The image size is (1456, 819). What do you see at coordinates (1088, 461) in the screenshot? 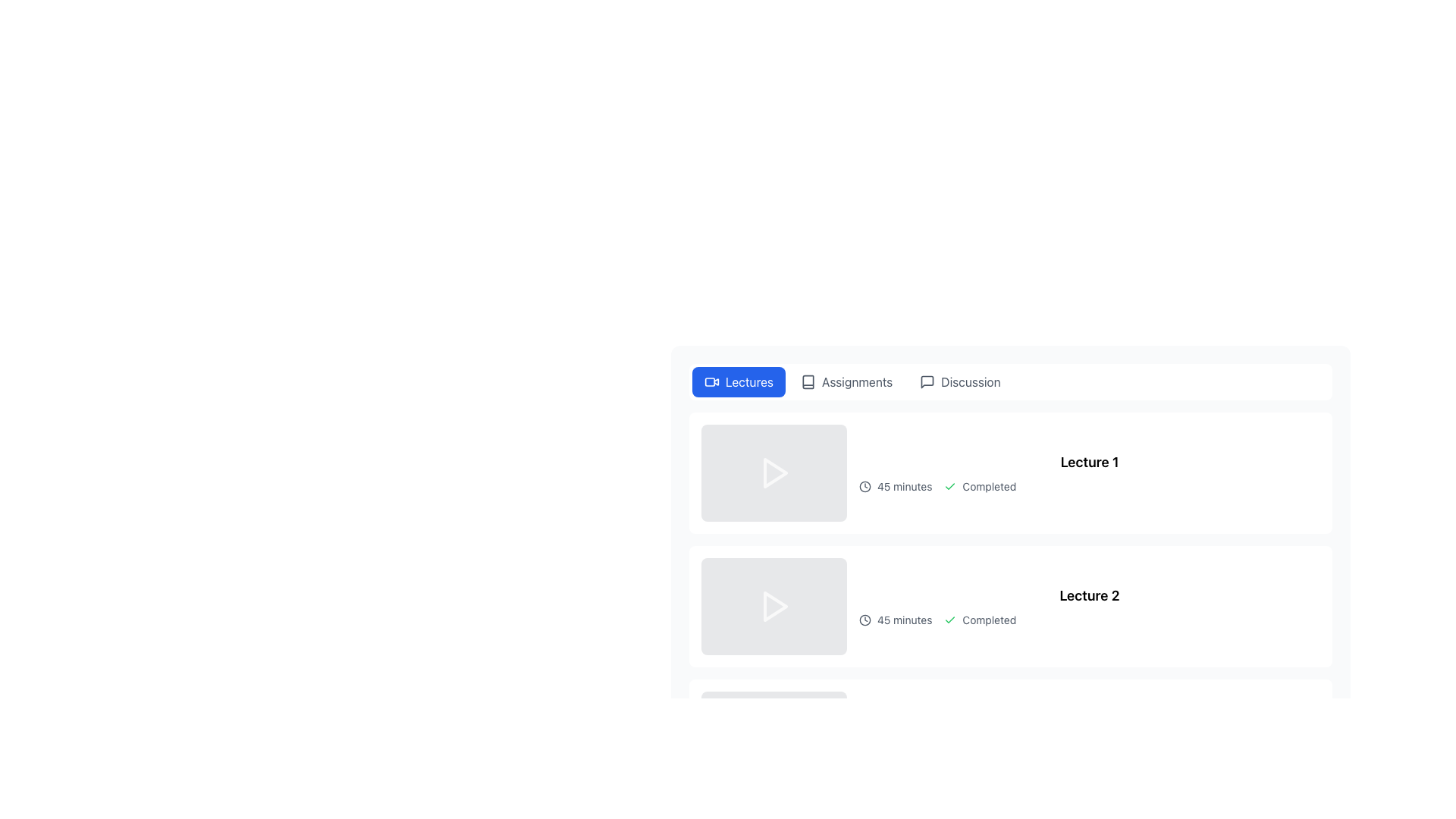
I see `text label that displays the title of the lecture, located at the top section of the content list, to gather information about the associated lecture details` at bounding box center [1088, 461].